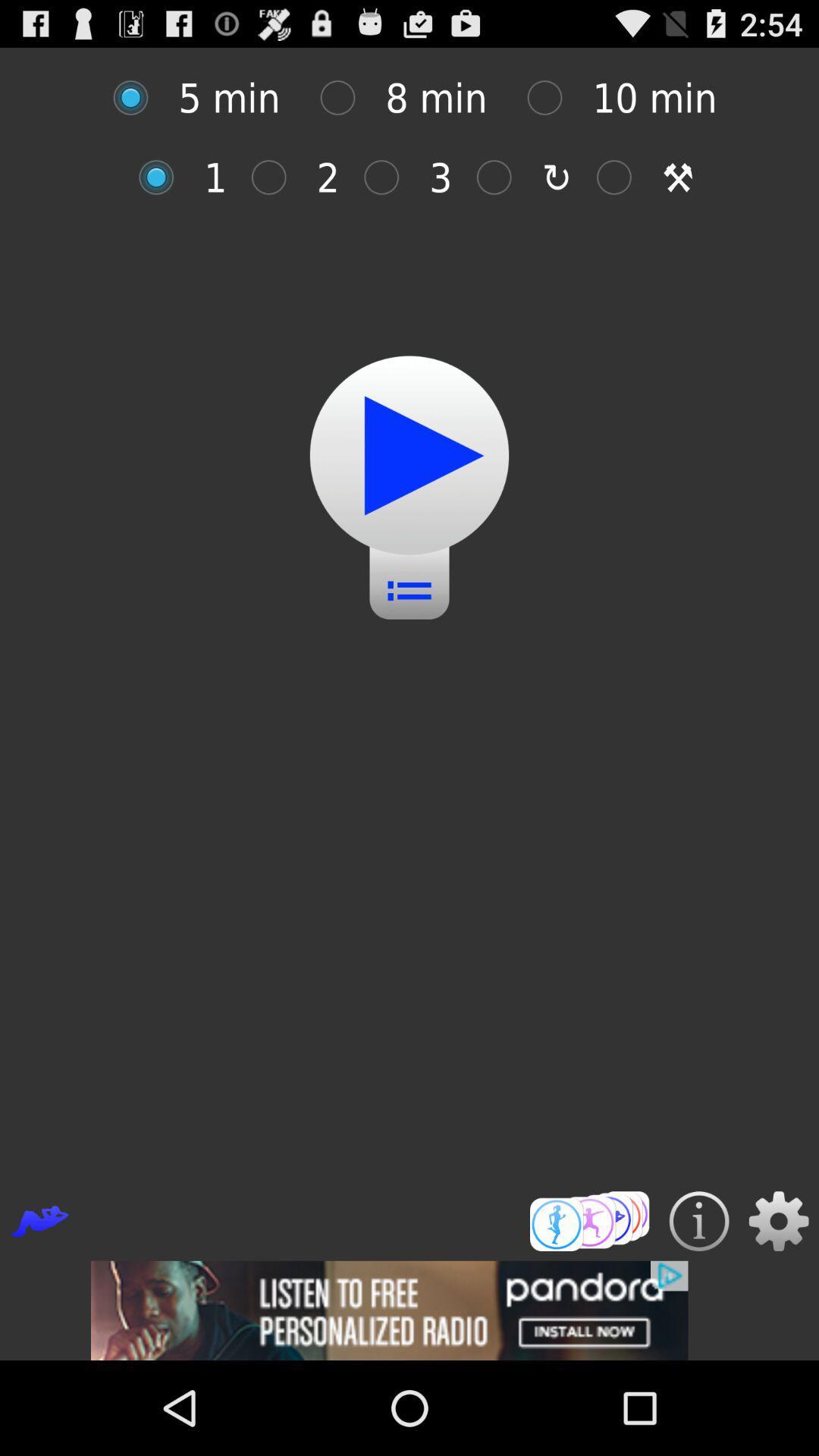 Image resolution: width=819 pixels, height=1456 pixels. I want to click on button, so click(277, 177).